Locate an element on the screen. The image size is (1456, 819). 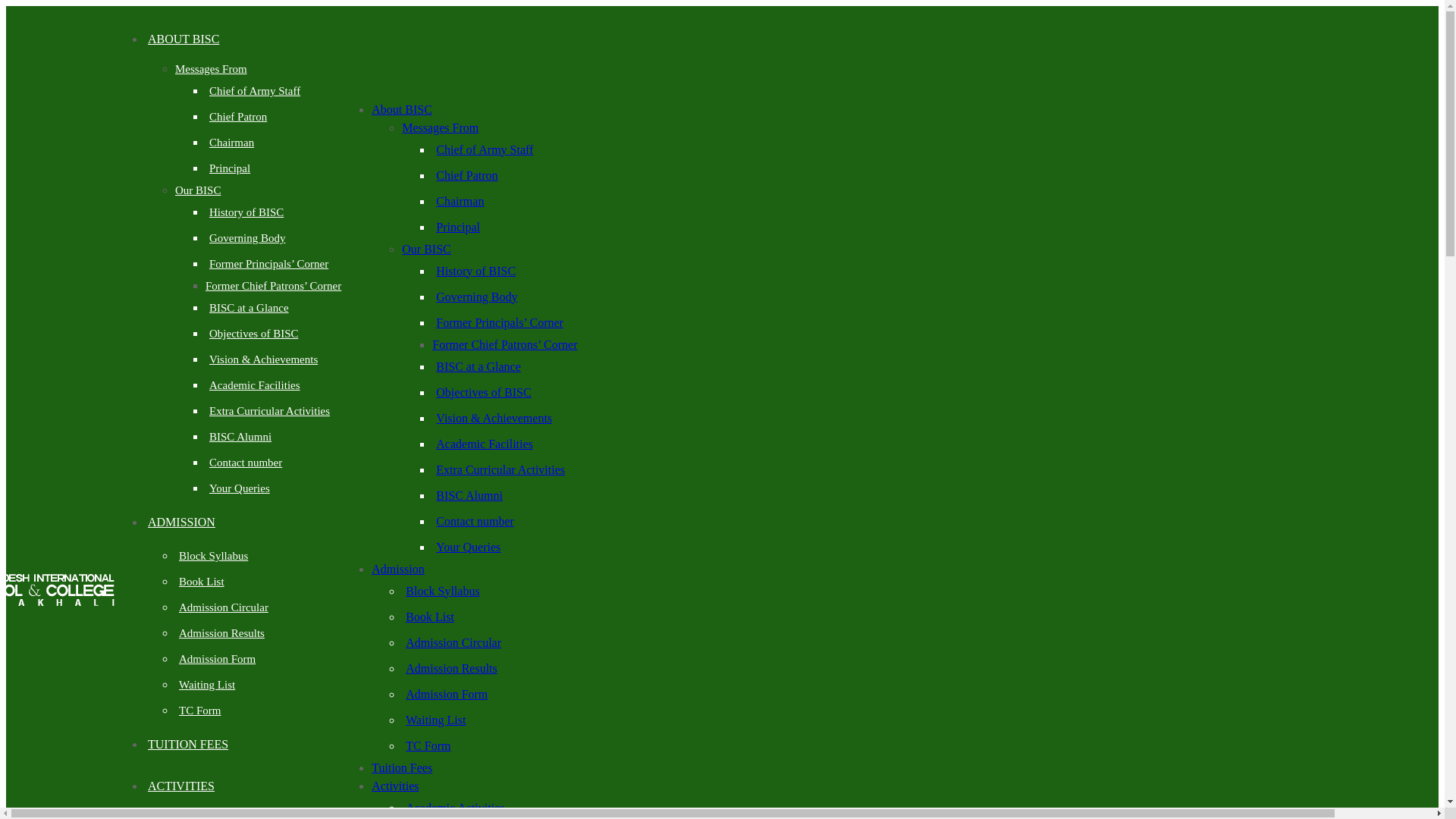
'Contact number' is located at coordinates (246, 461).